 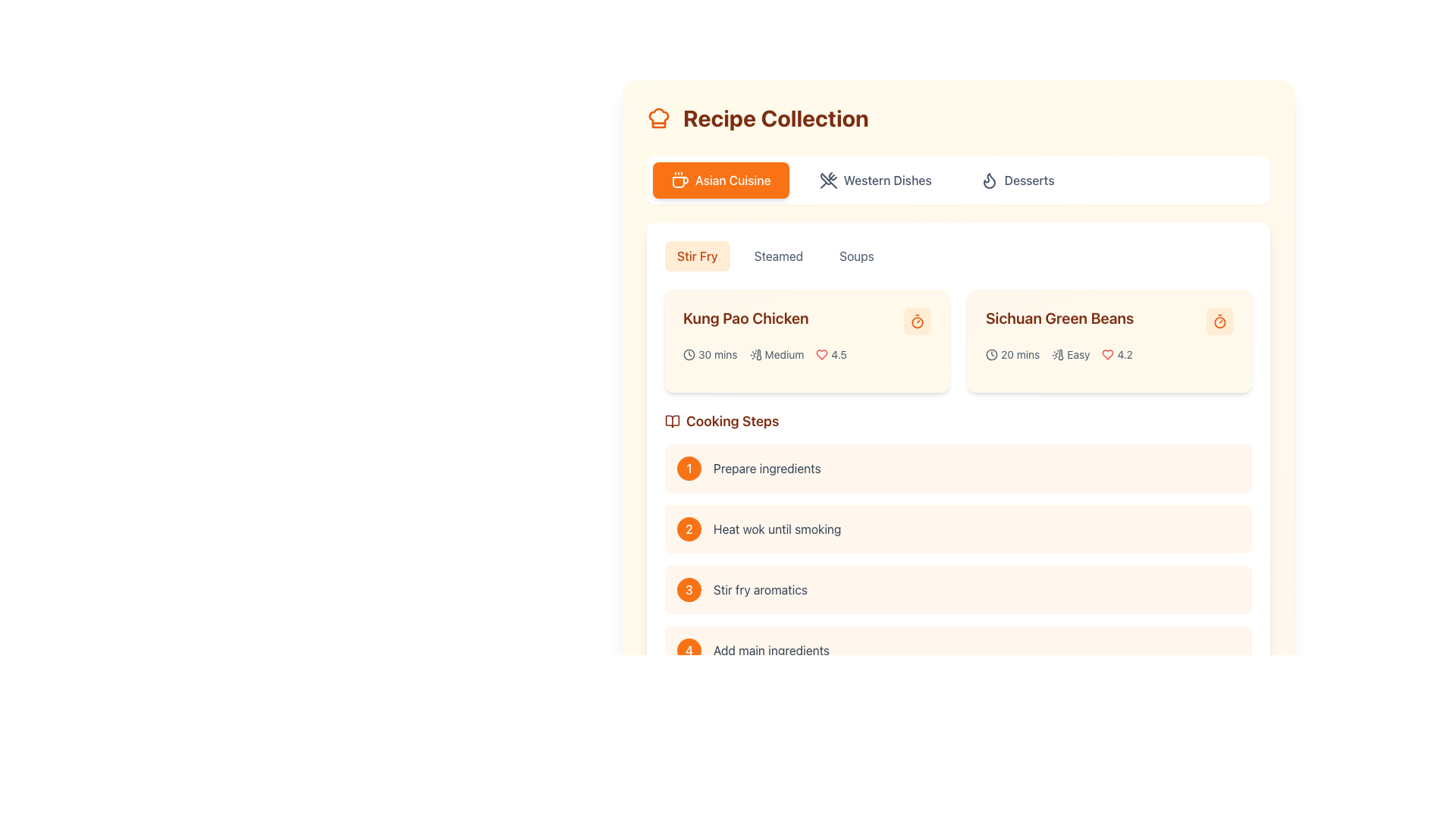 What do you see at coordinates (696, 256) in the screenshot?
I see `the 'Stir Fry' button, which is a pill-shaped component located in the top left section of the recipe interface` at bounding box center [696, 256].